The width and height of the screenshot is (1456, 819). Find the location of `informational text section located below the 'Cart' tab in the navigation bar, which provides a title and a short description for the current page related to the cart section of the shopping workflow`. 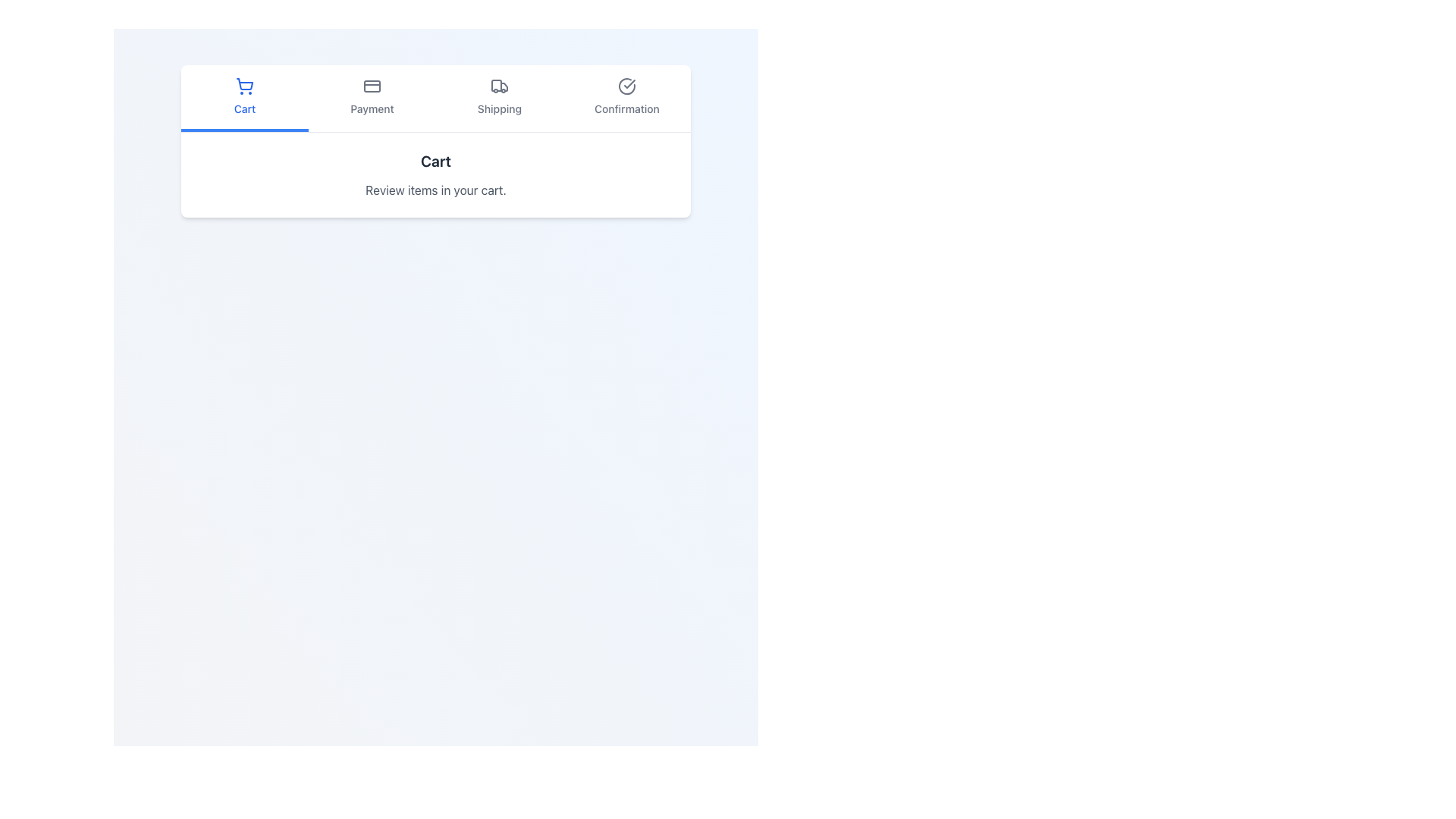

informational text section located below the 'Cart' tab in the navigation bar, which provides a title and a short description for the current page related to the cart section of the shopping workflow is located at coordinates (435, 174).